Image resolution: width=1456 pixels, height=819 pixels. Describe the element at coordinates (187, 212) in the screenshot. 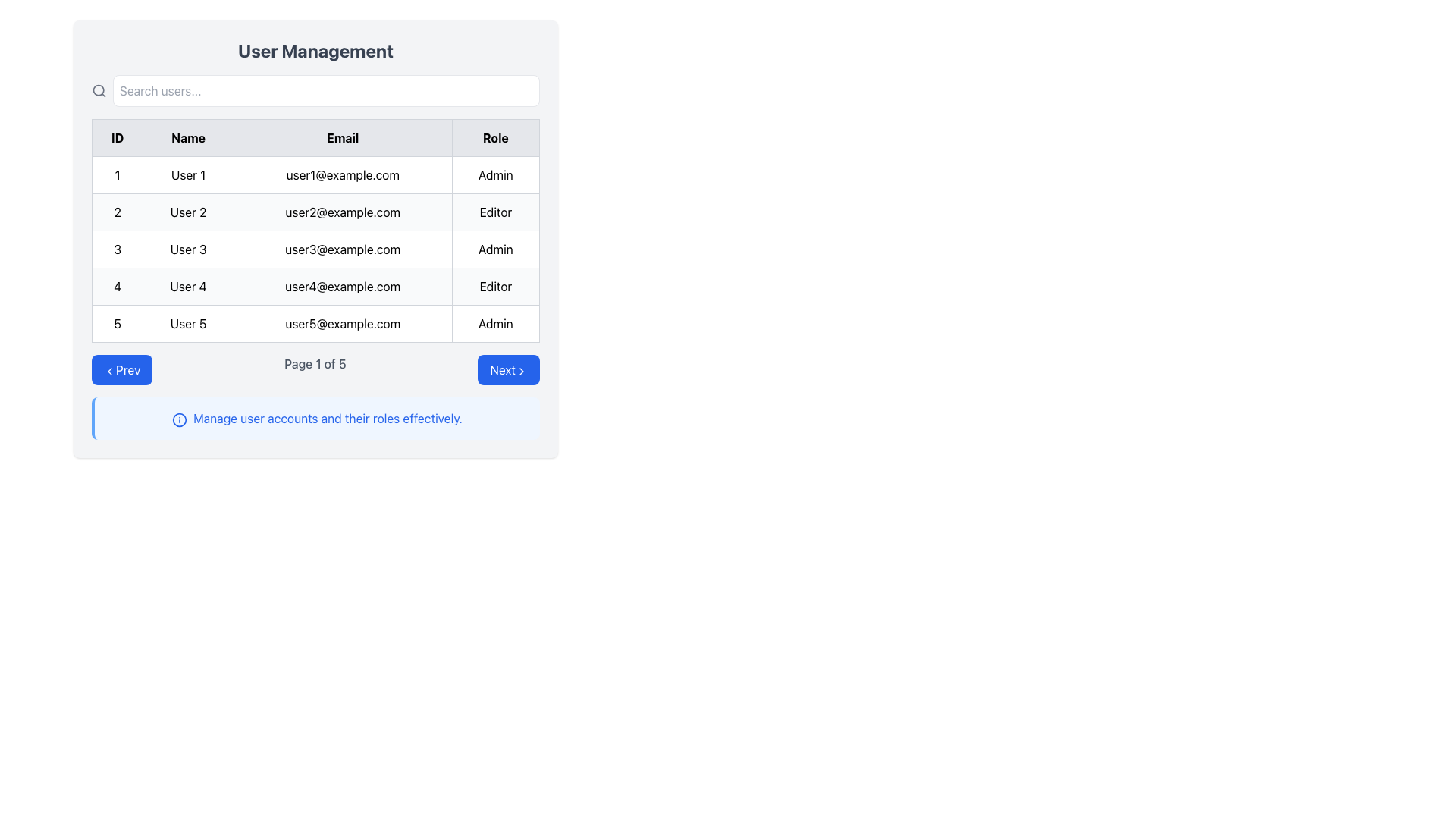

I see `the table cell displaying the name of the second user, located in the second column under the 'Name' header and corresponding to the second row` at that location.